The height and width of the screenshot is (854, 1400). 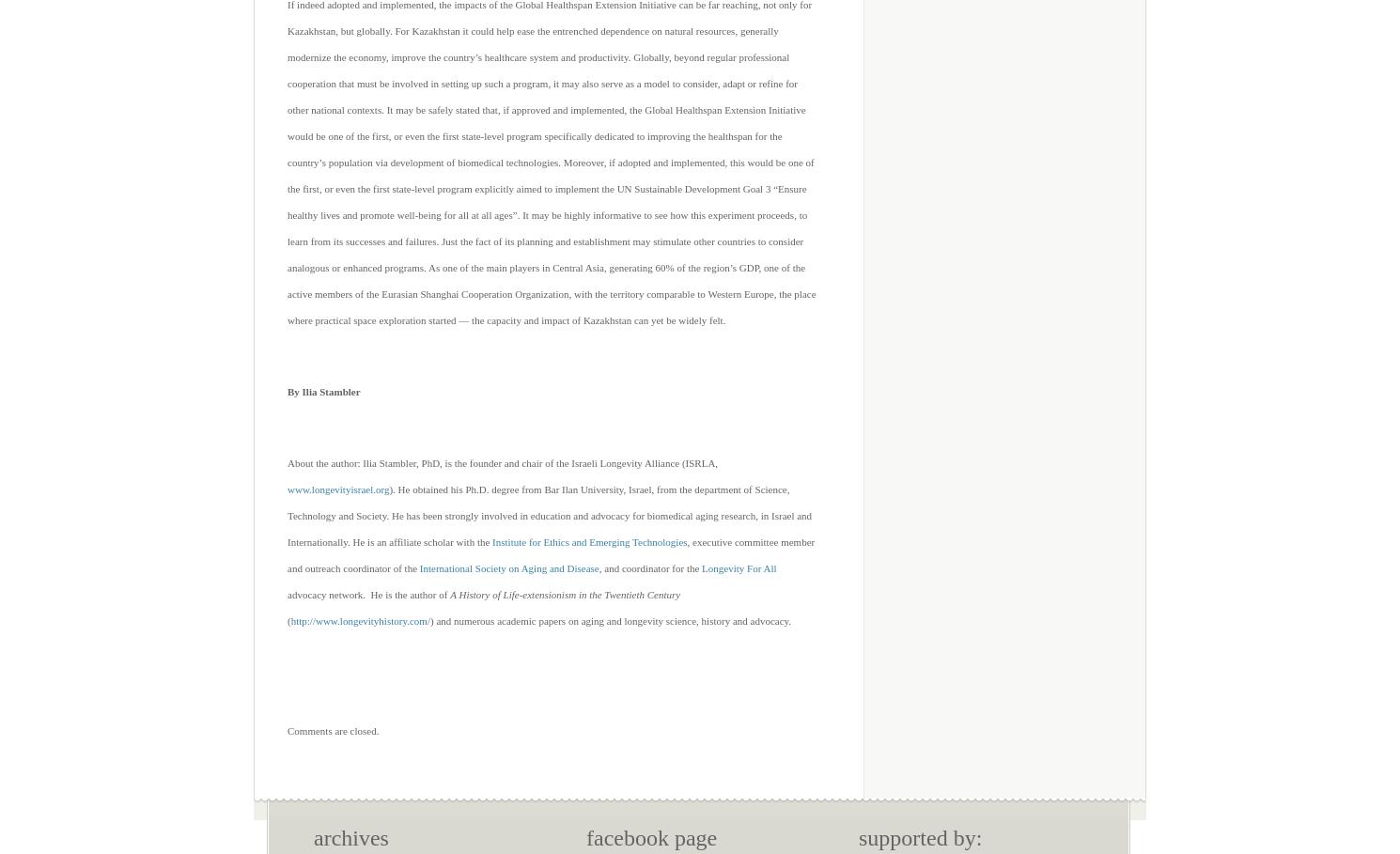 What do you see at coordinates (322, 391) in the screenshot?
I see `'By Ilia Stambler'` at bounding box center [322, 391].